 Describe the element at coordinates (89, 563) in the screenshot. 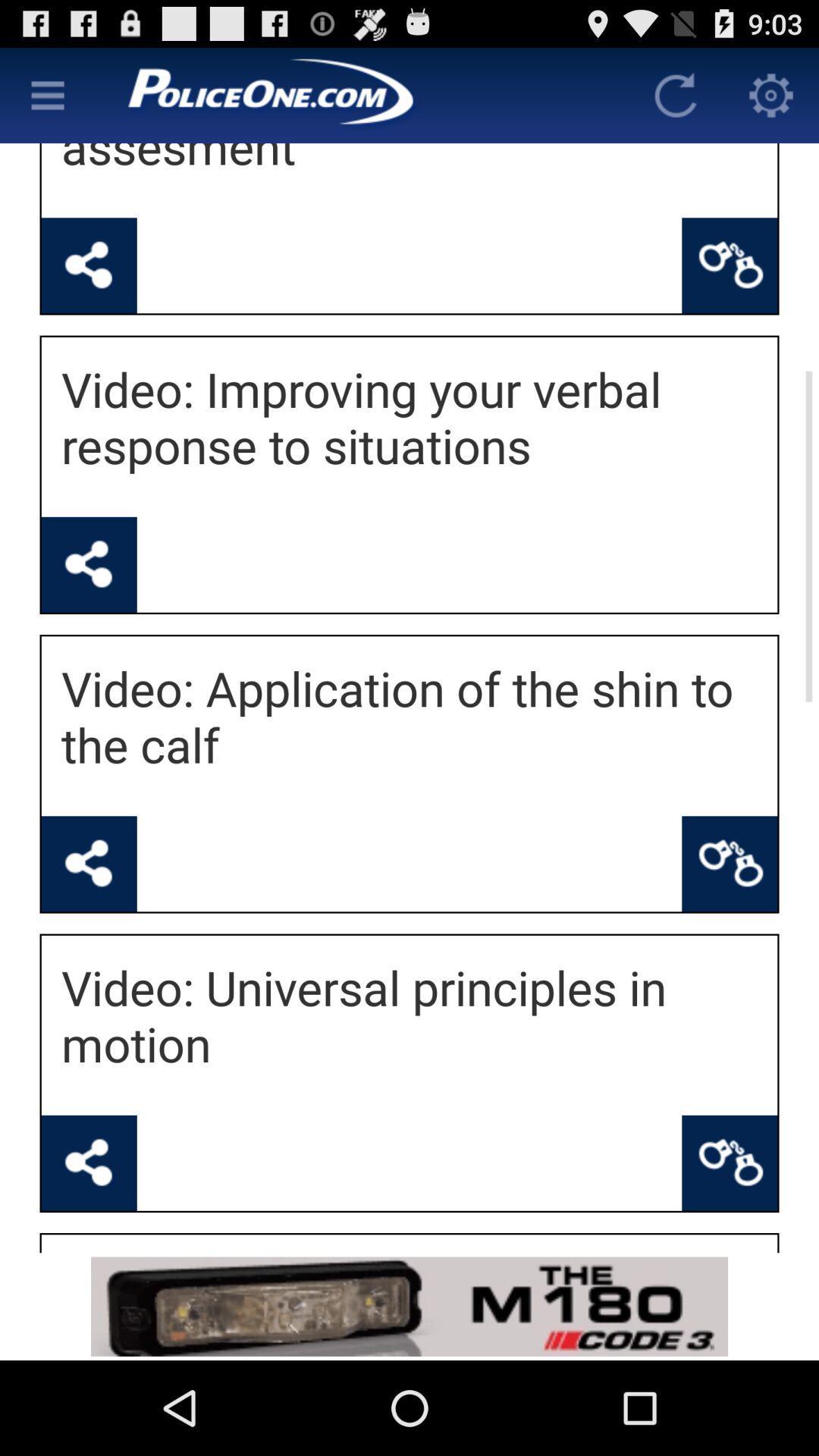

I see `see video` at that location.